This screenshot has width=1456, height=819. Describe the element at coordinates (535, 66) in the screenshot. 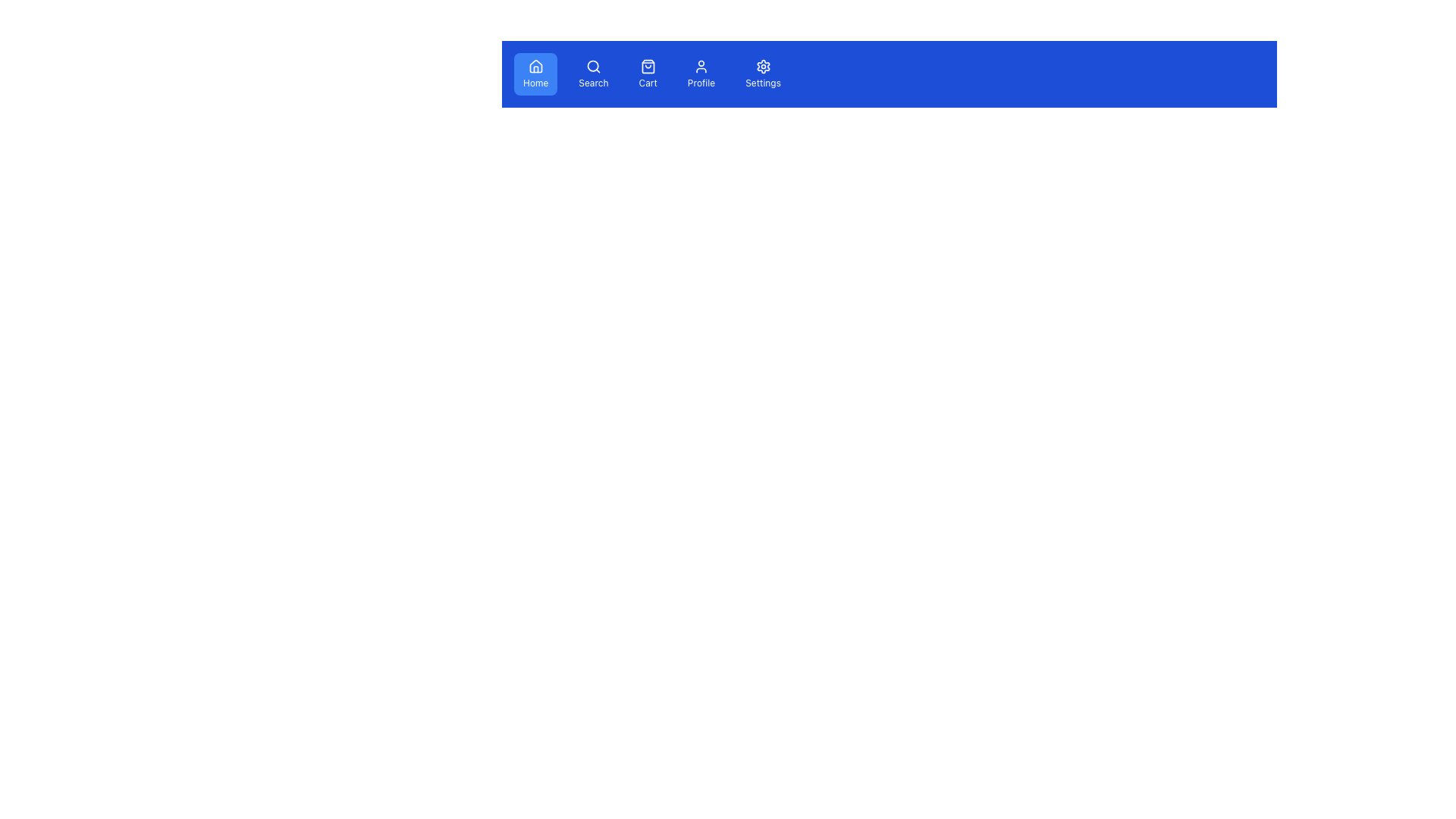

I see `the 'Home' icon located at the top-left corner of the interface, part of the navigation bar, to indicate the home action` at that location.